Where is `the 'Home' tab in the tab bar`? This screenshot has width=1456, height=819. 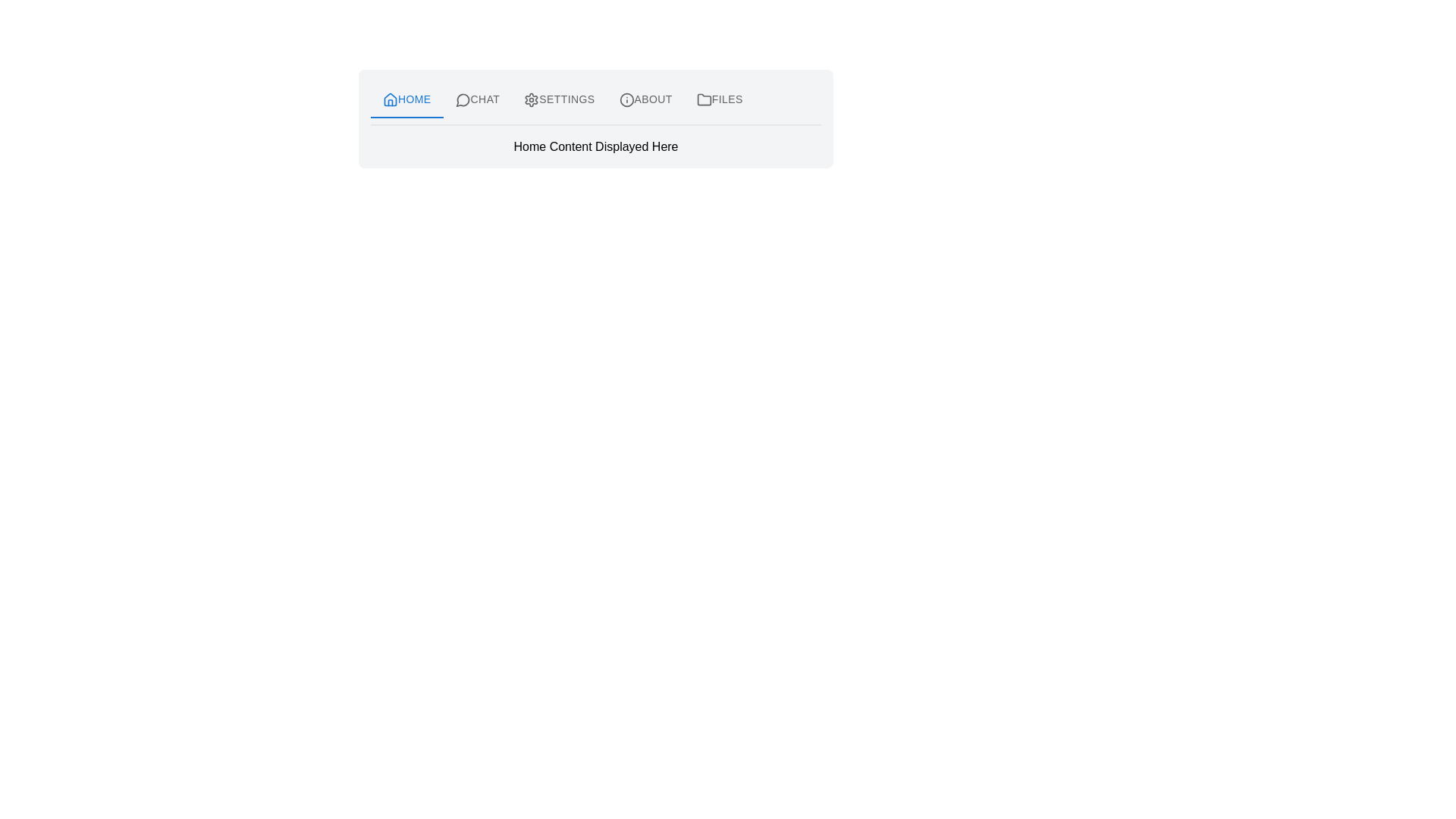
the 'Home' tab in the tab bar is located at coordinates (406, 99).